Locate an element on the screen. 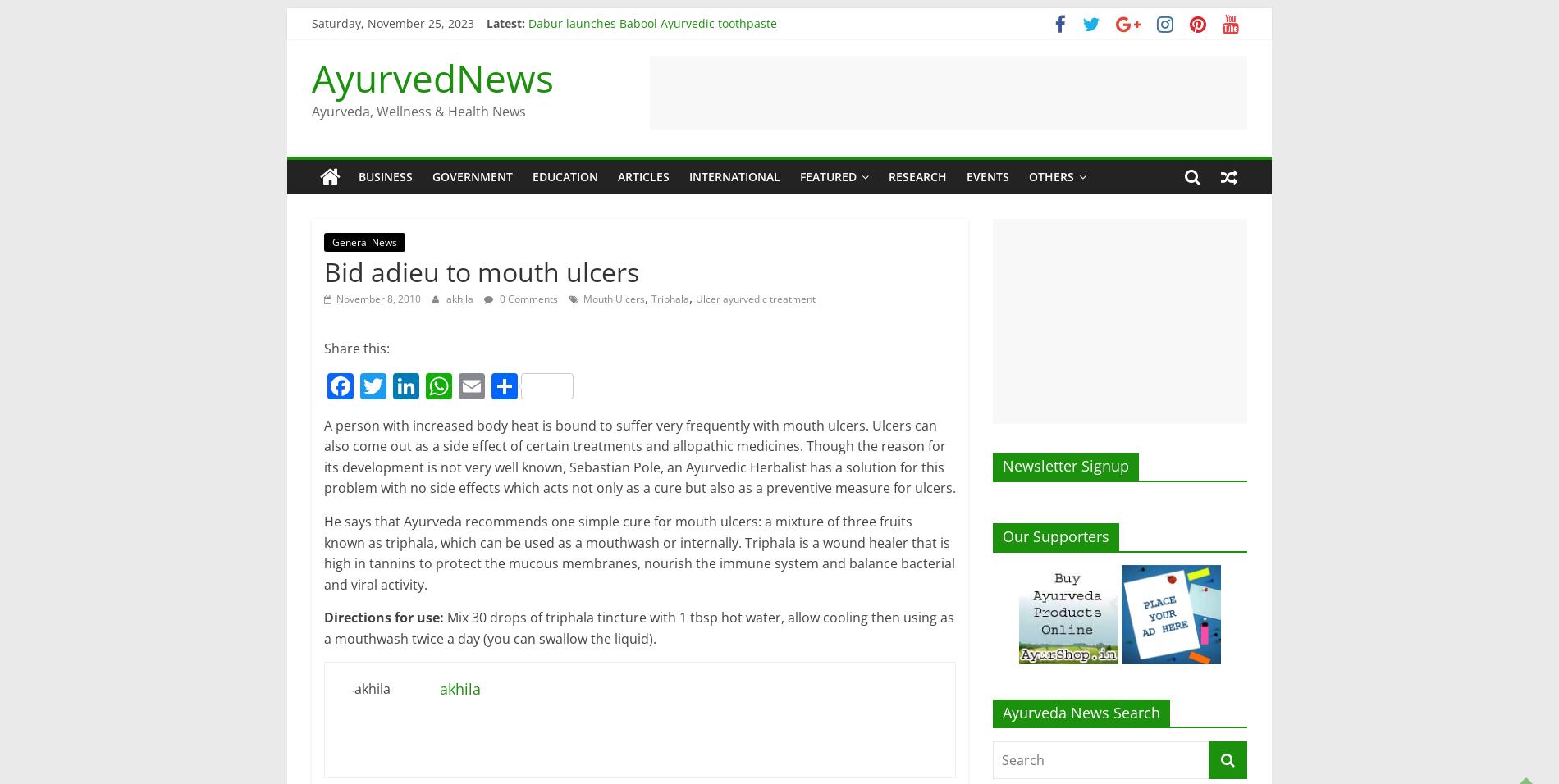 Image resolution: width=1559 pixels, height=784 pixels. 'November 8, 2010' is located at coordinates (377, 299).